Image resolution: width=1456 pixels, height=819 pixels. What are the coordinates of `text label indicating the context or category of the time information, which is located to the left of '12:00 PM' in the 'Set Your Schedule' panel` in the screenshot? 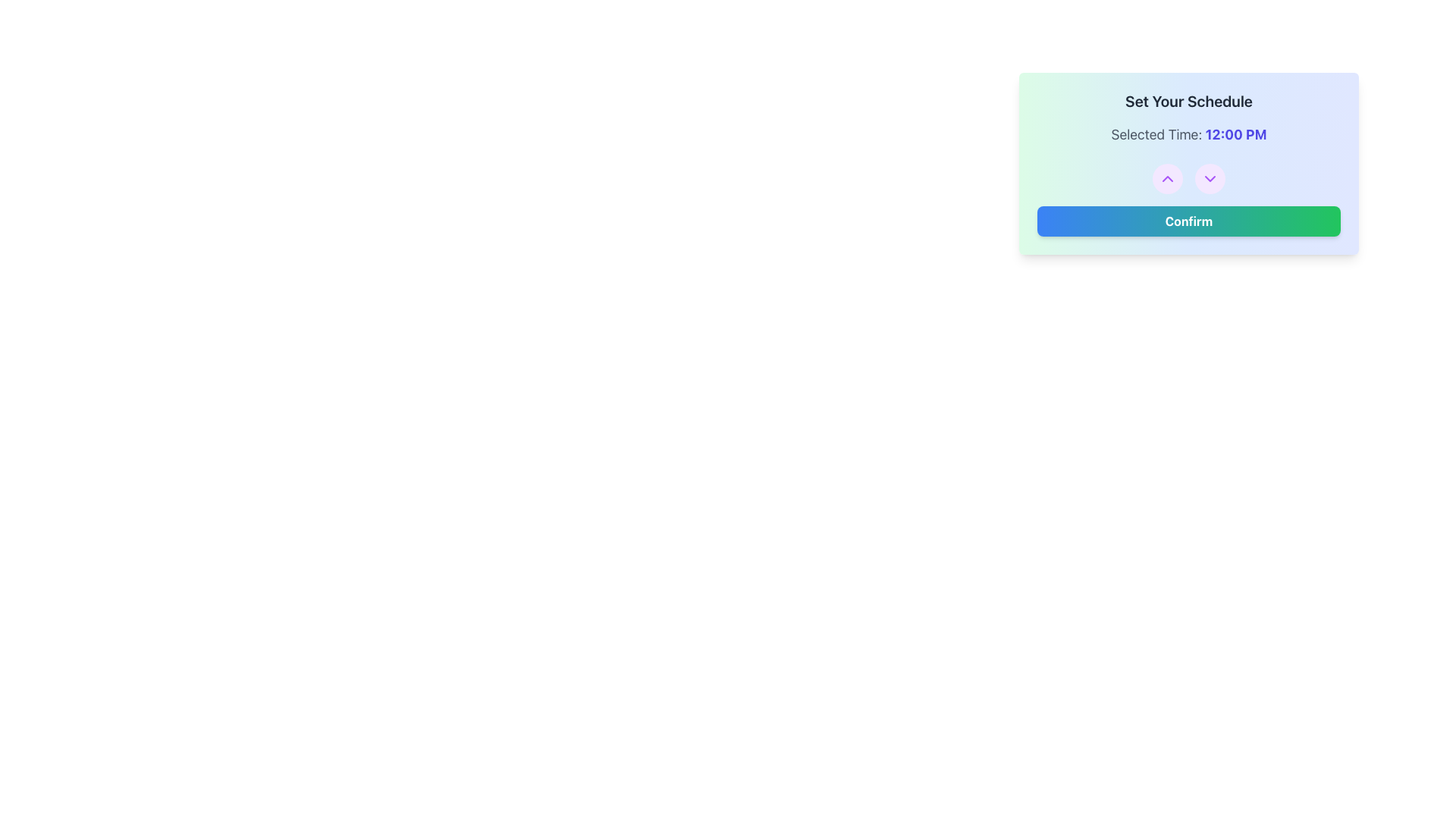 It's located at (1157, 133).